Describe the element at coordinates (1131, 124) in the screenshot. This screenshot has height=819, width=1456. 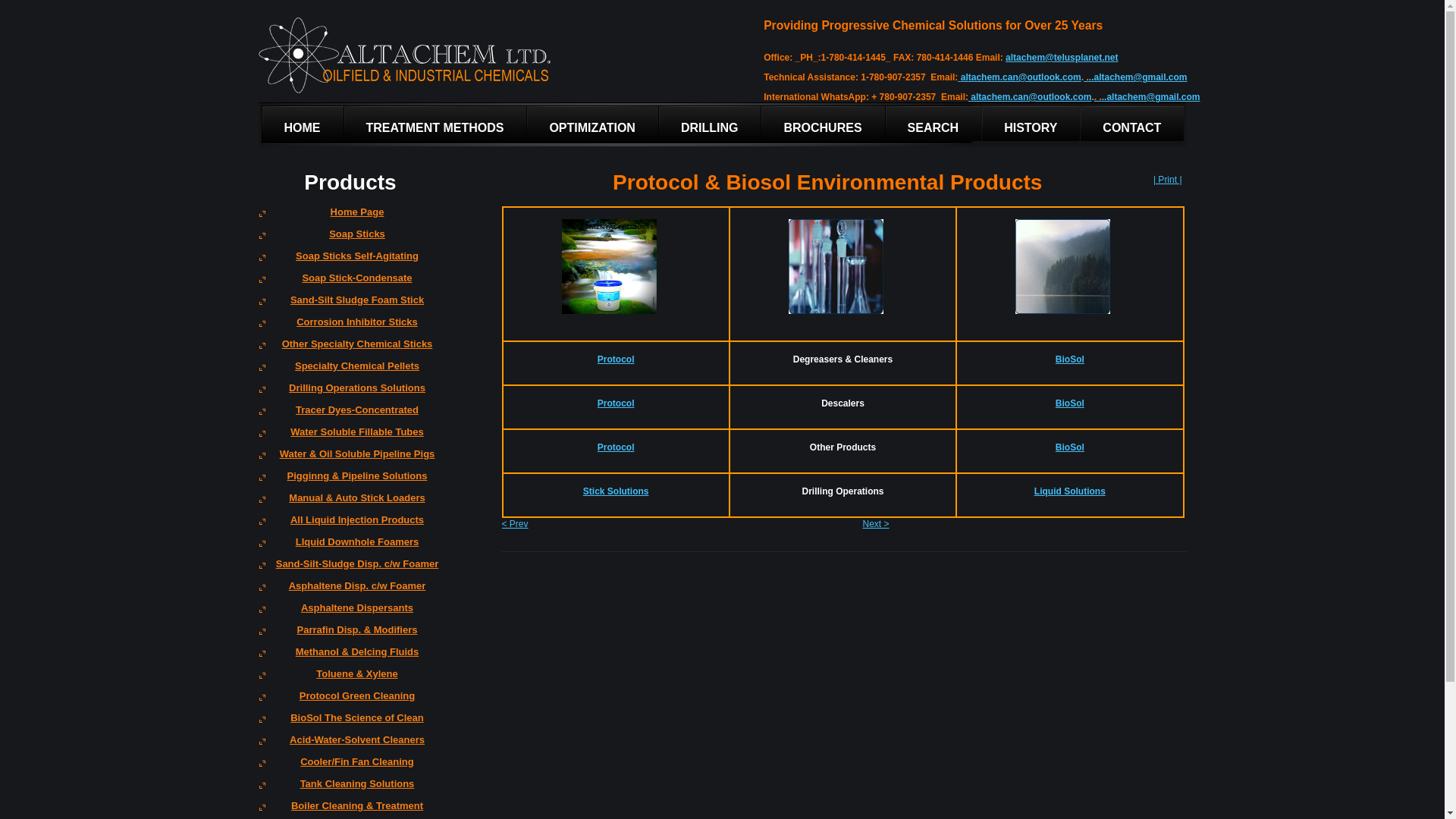
I see `'CONTACT'` at that location.